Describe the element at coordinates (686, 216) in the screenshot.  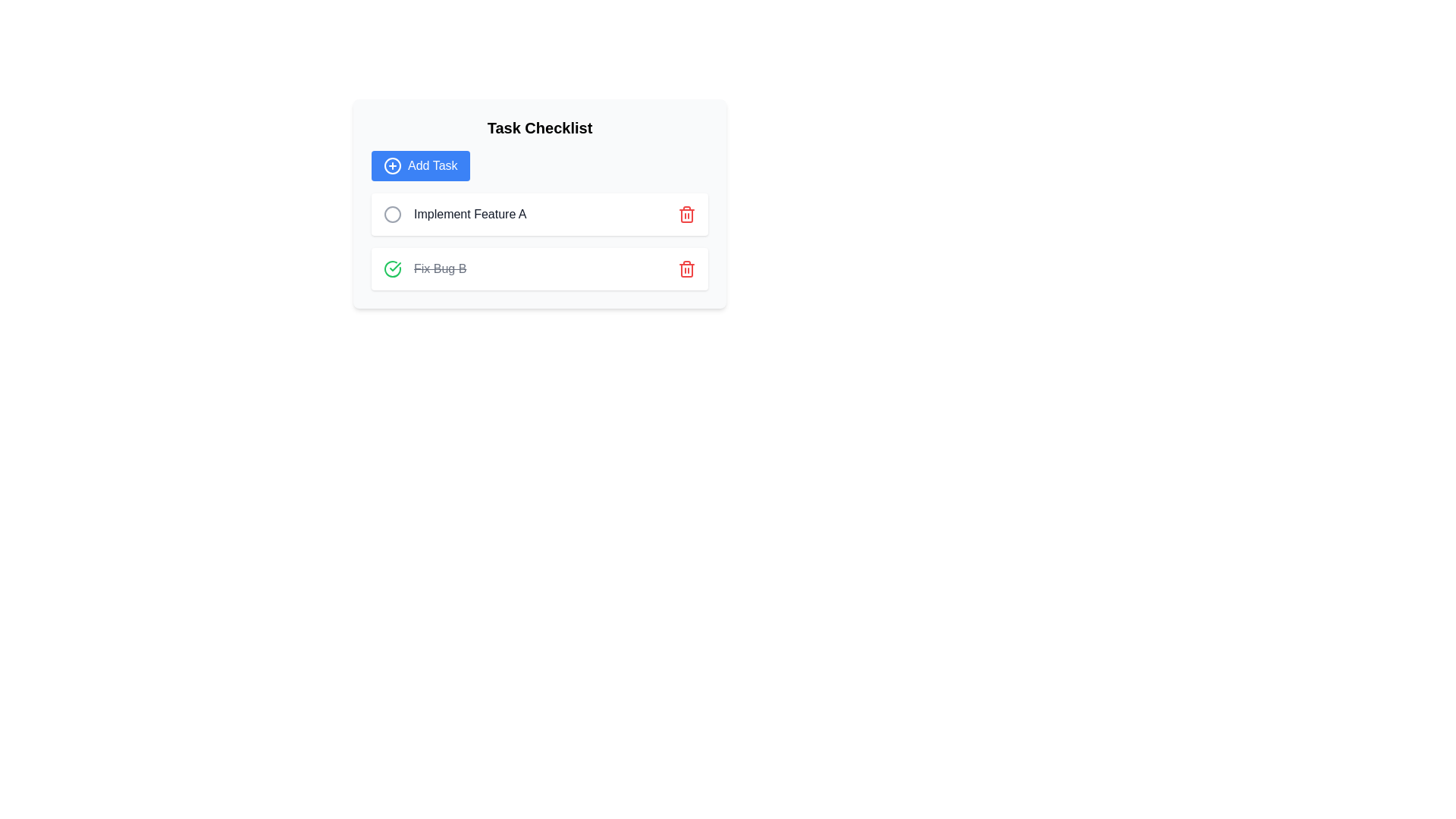
I see `the middle component of the red-colored trash can icon, which represents a delete action within the UI` at that location.